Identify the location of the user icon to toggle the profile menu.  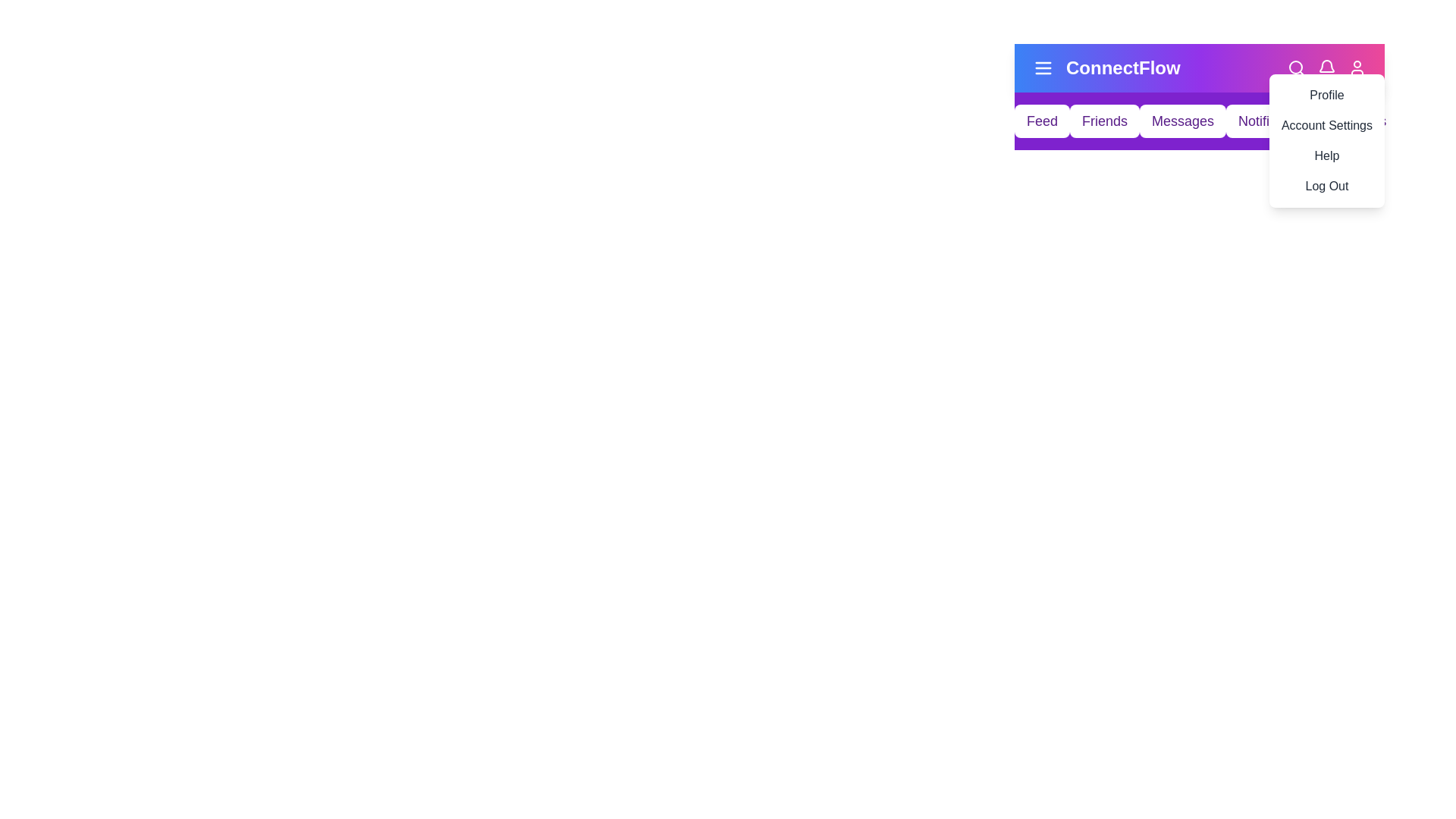
(1357, 67).